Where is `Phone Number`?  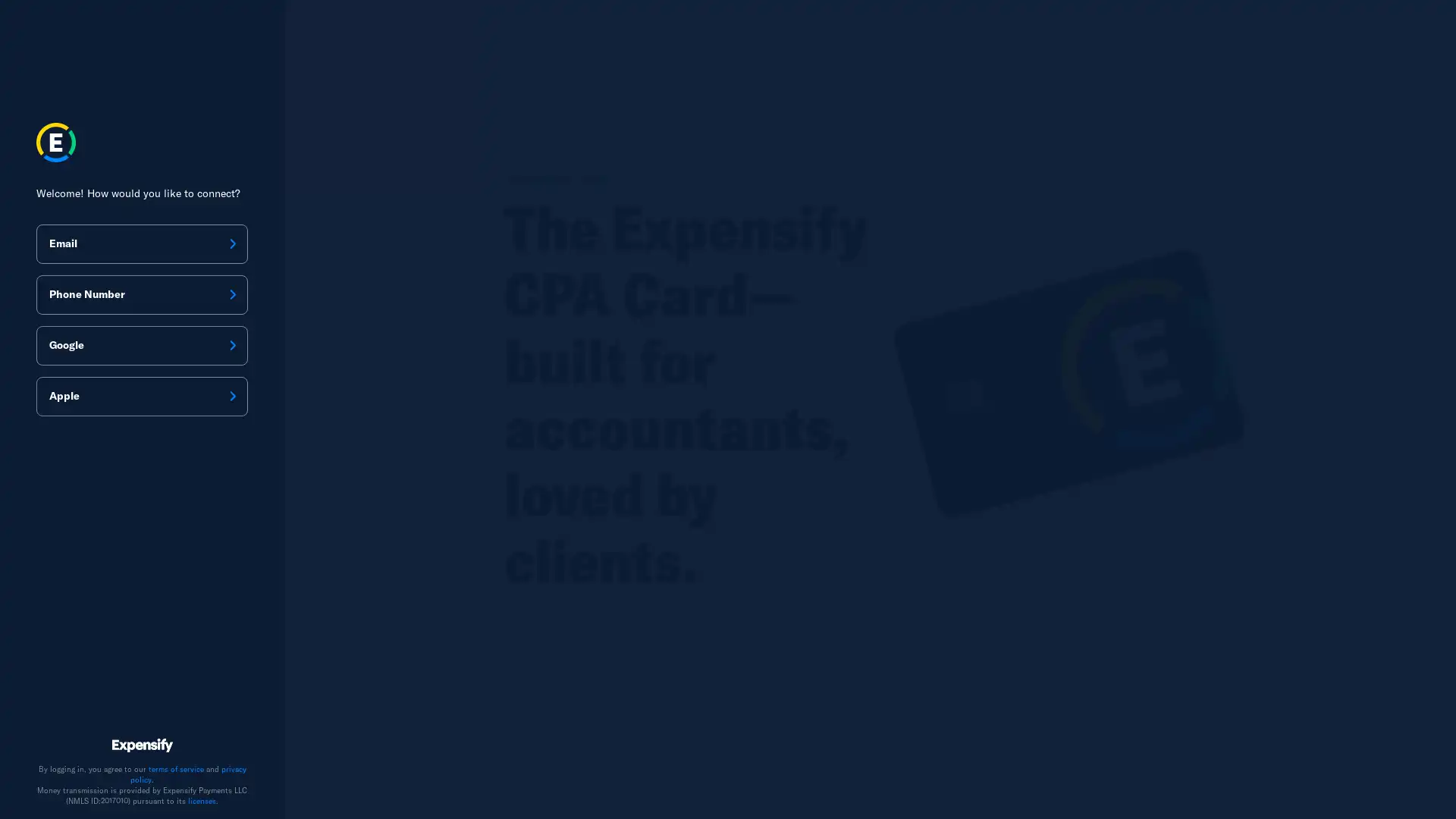
Phone Number is located at coordinates (142, 294).